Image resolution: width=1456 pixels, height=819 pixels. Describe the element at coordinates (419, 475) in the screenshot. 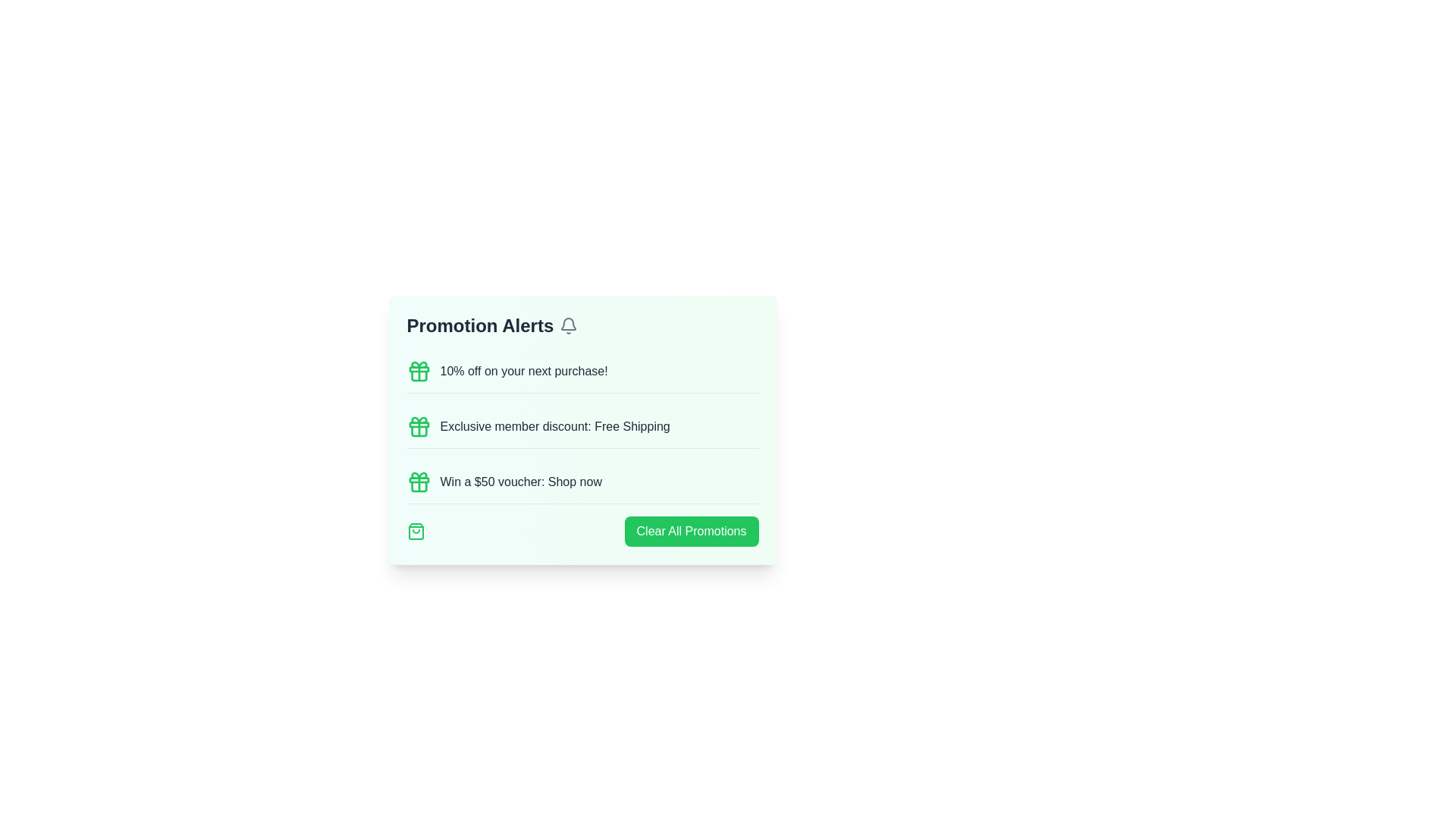

I see `the Decorative Icon representing a gift or promotion, which is the third icon in the vertical list on the left side of the 'Promotion Alerts' panel` at that location.